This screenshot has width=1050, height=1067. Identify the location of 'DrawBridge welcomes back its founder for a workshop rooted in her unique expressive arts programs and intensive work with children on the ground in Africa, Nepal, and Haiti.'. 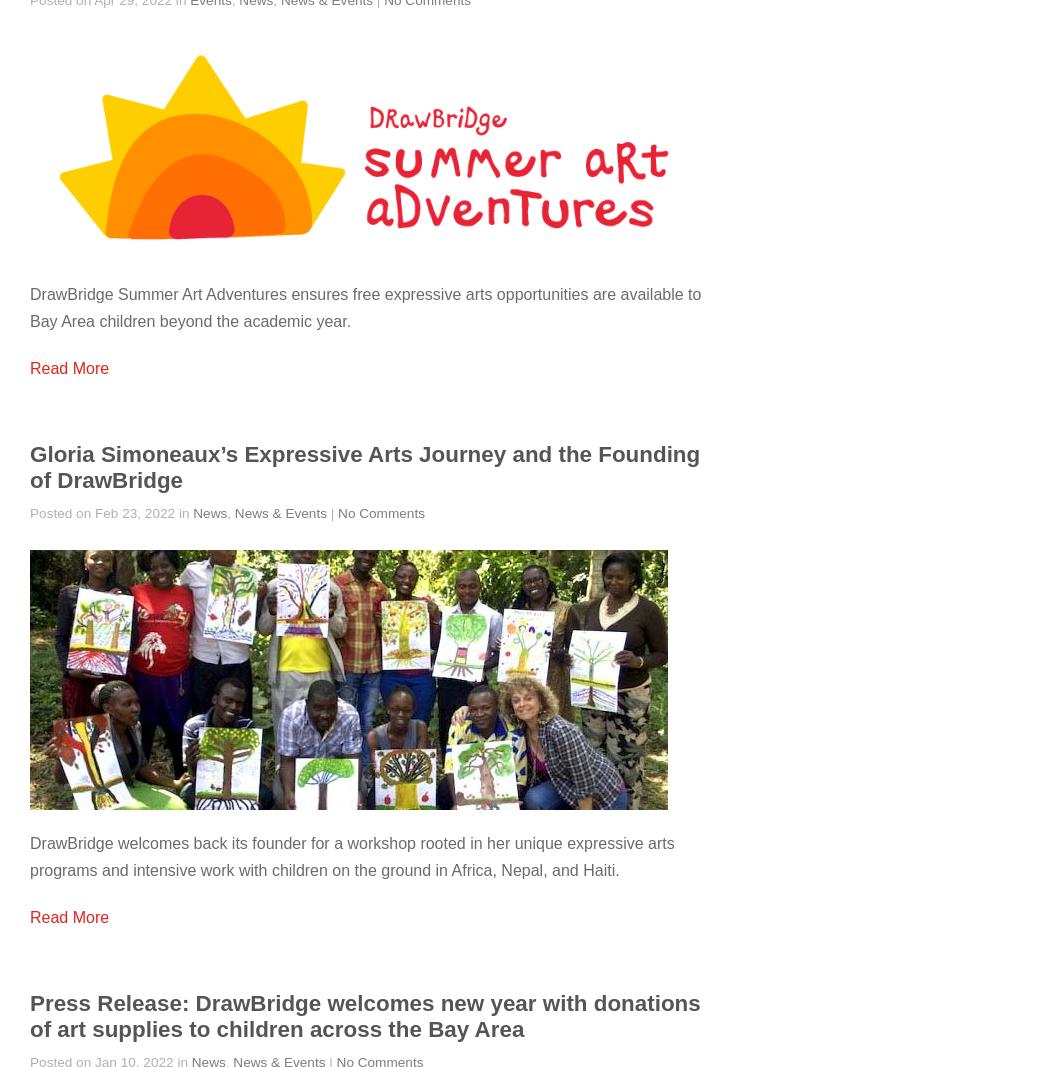
(350, 854).